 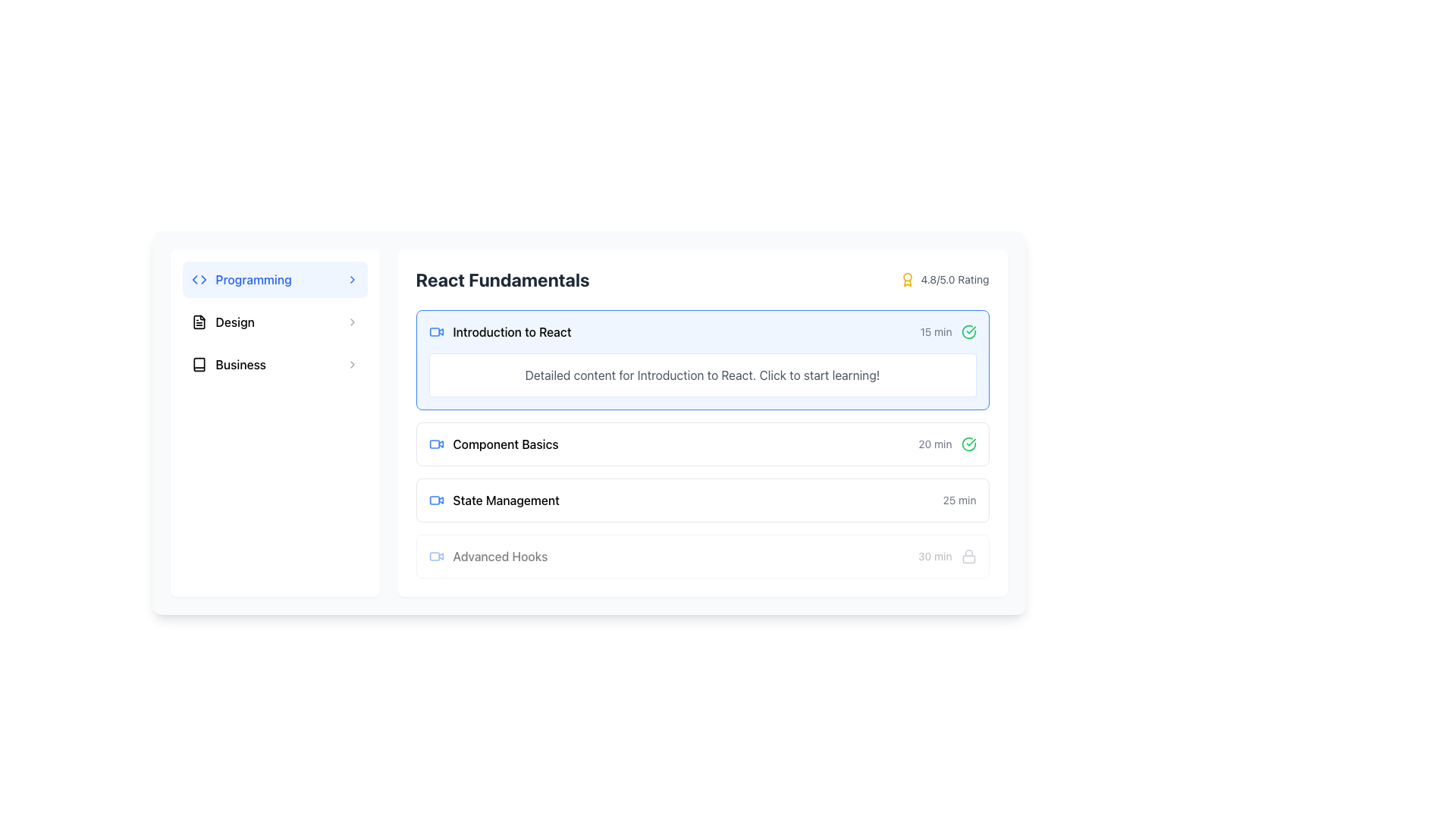 What do you see at coordinates (701, 500) in the screenshot?
I see `the clickable card for the video lesson titled 'State Management' located in the 'React Fundamentals' section` at bounding box center [701, 500].